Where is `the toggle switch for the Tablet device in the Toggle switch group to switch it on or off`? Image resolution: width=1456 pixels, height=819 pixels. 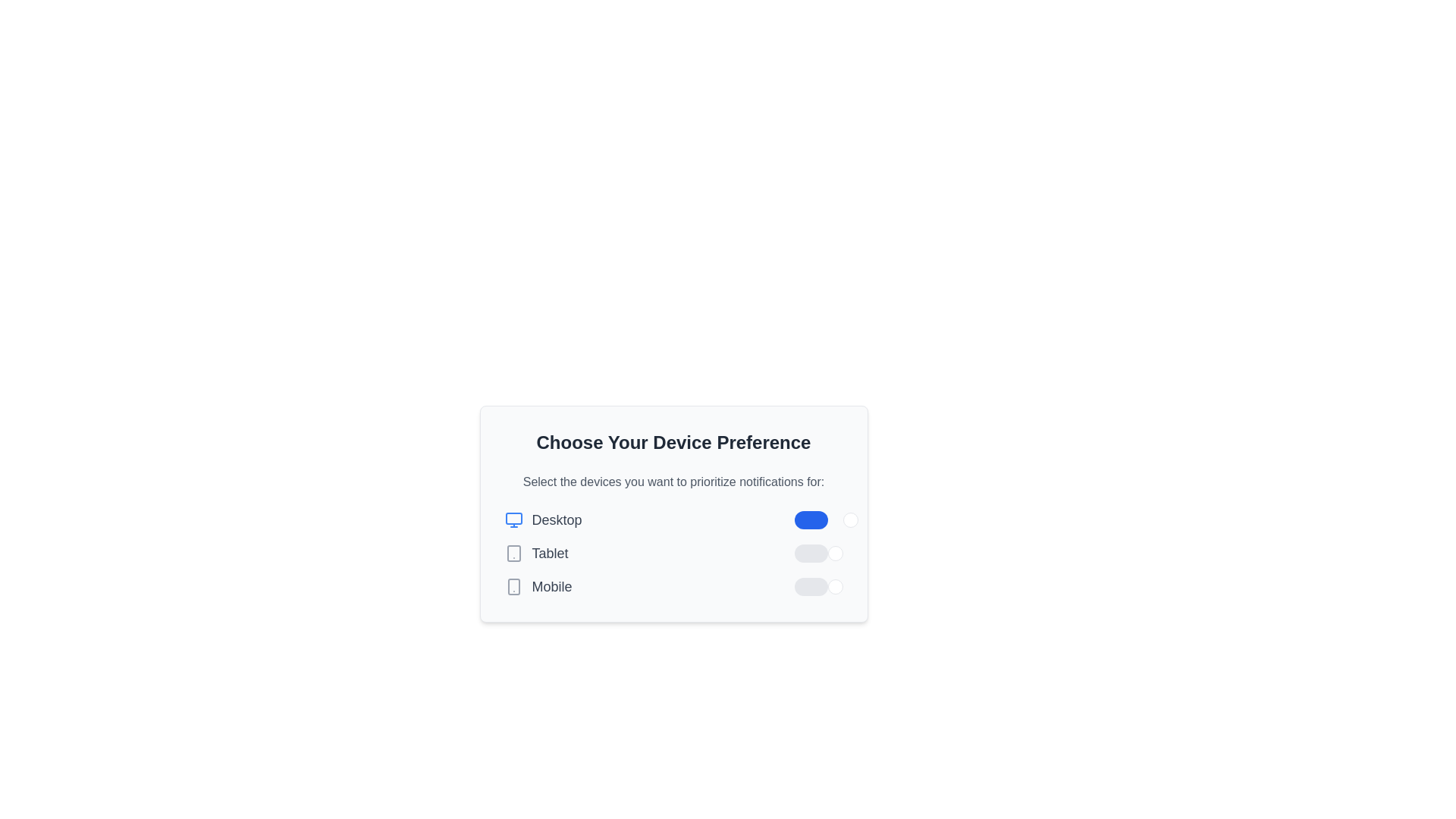
the toggle switch for the Tablet device in the Toggle switch group to switch it on or off is located at coordinates (673, 553).